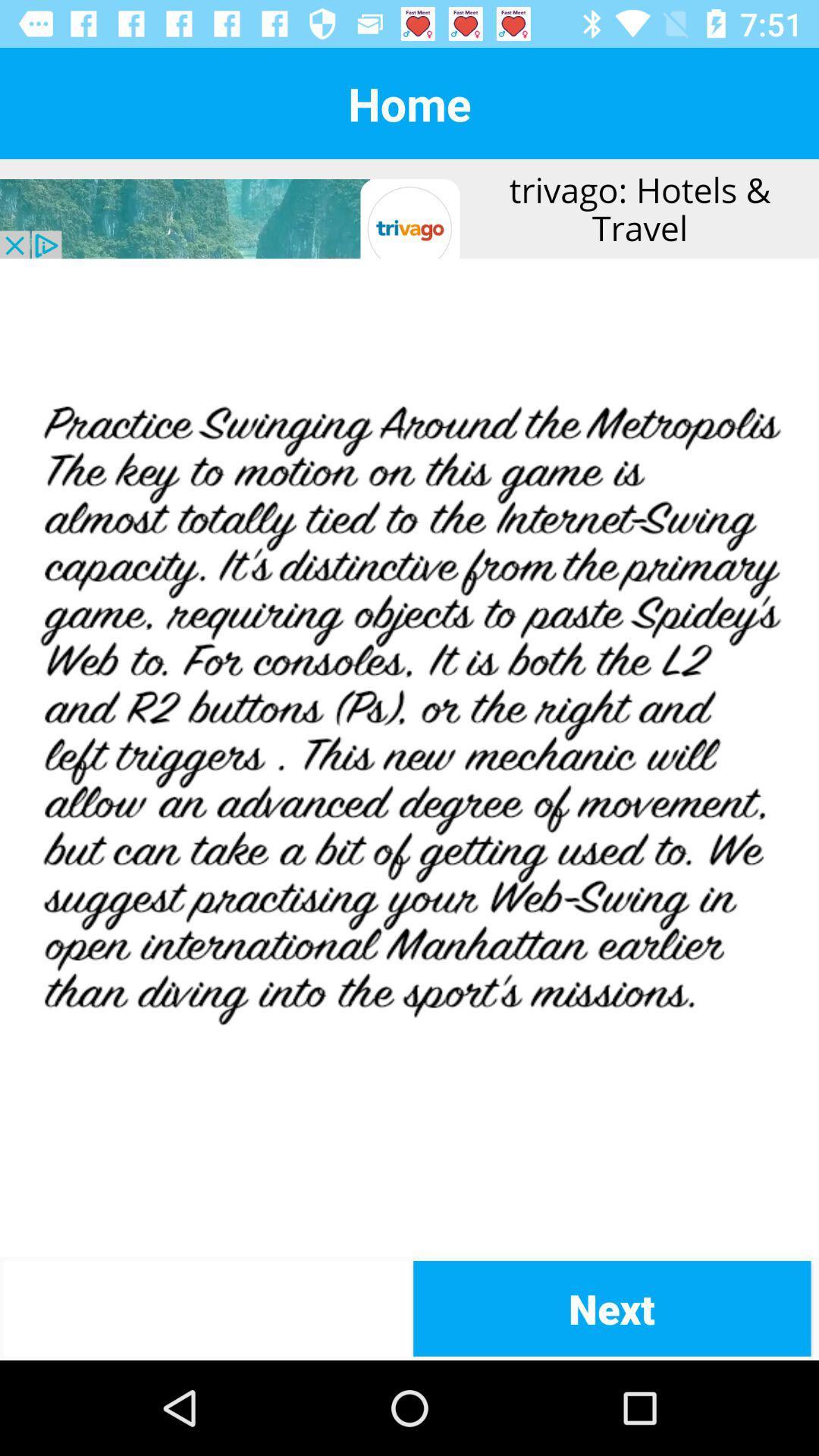 The image size is (819, 1456). What do you see at coordinates (409, 758) in the screenshot?
I see `article in middle` at bounding box center [409, 758].